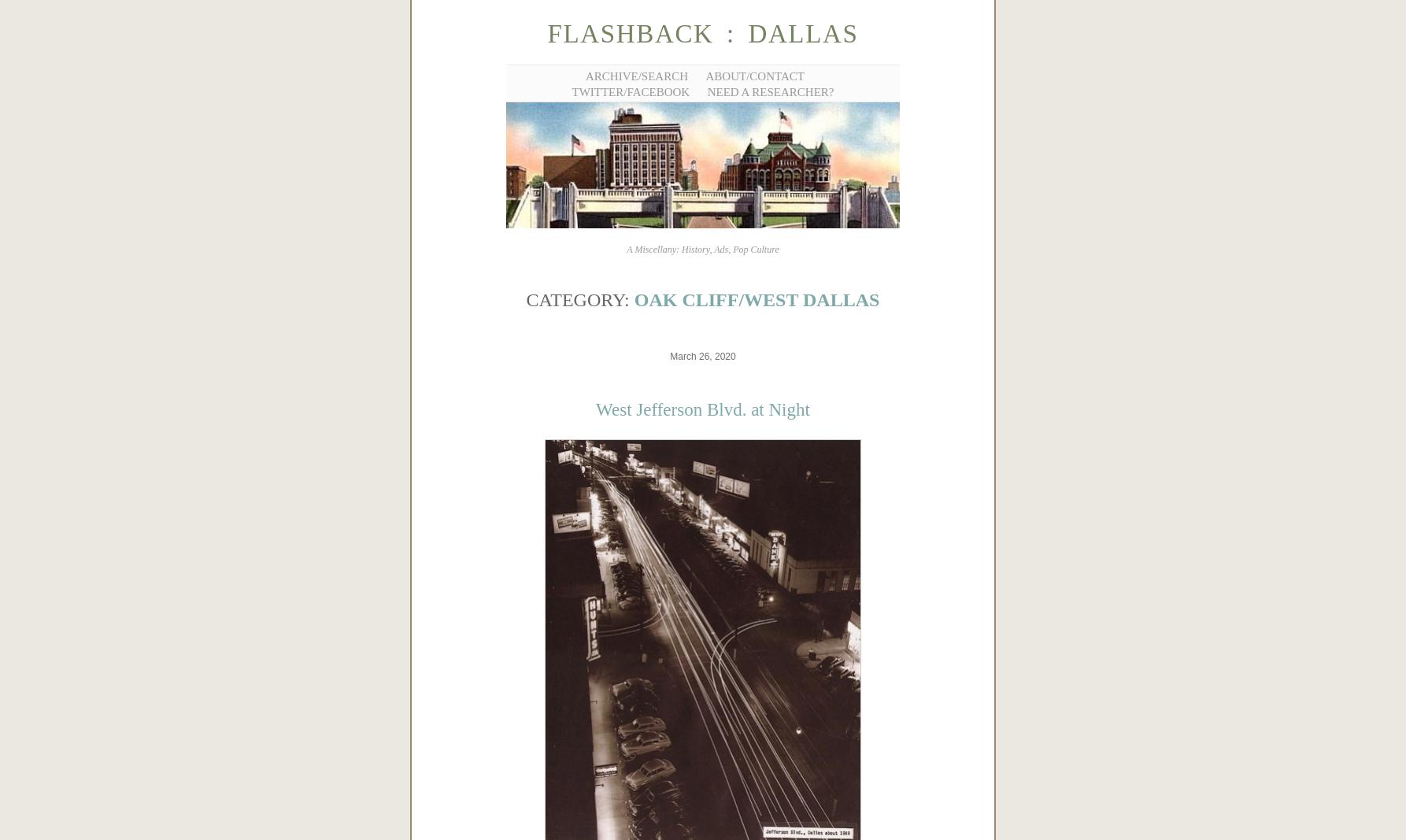  Describe the element at coordinates (757, 299) in the screenshot. I see `'Oak Cliff/West Dallas'` at that location.